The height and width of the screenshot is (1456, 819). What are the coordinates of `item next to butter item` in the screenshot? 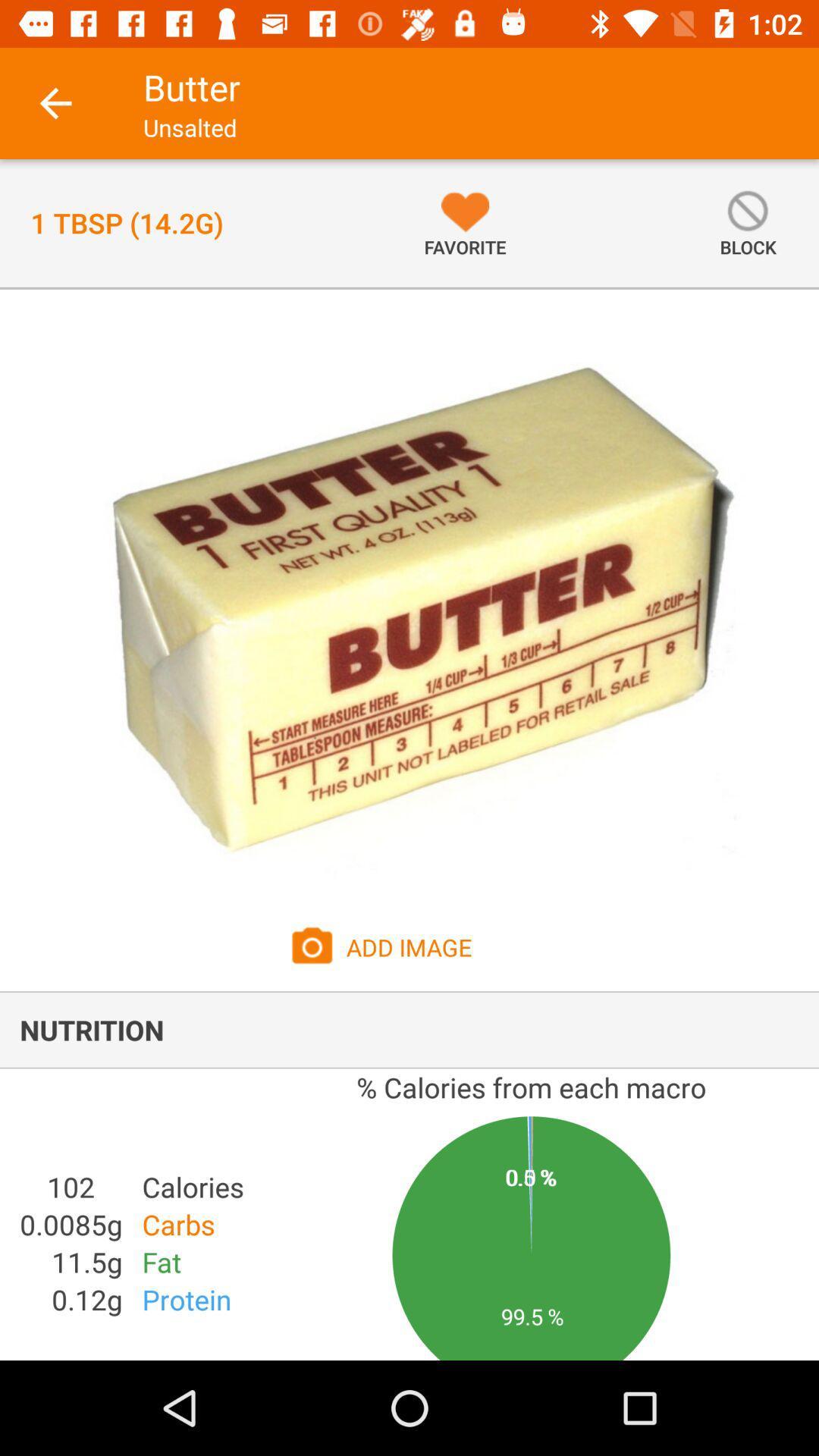 It's located at (55, 102).